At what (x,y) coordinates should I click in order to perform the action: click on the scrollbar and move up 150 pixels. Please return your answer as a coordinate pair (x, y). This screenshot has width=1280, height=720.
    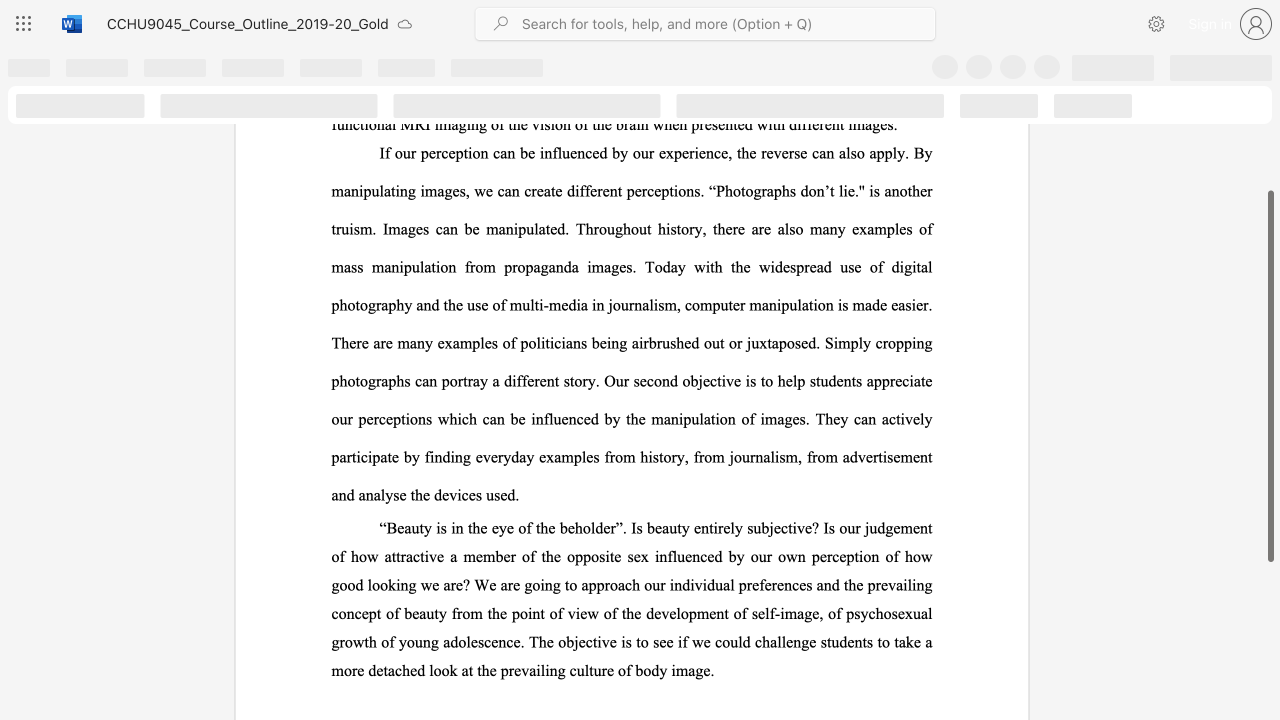
    Looking at the image, I should click on (1269, 376).